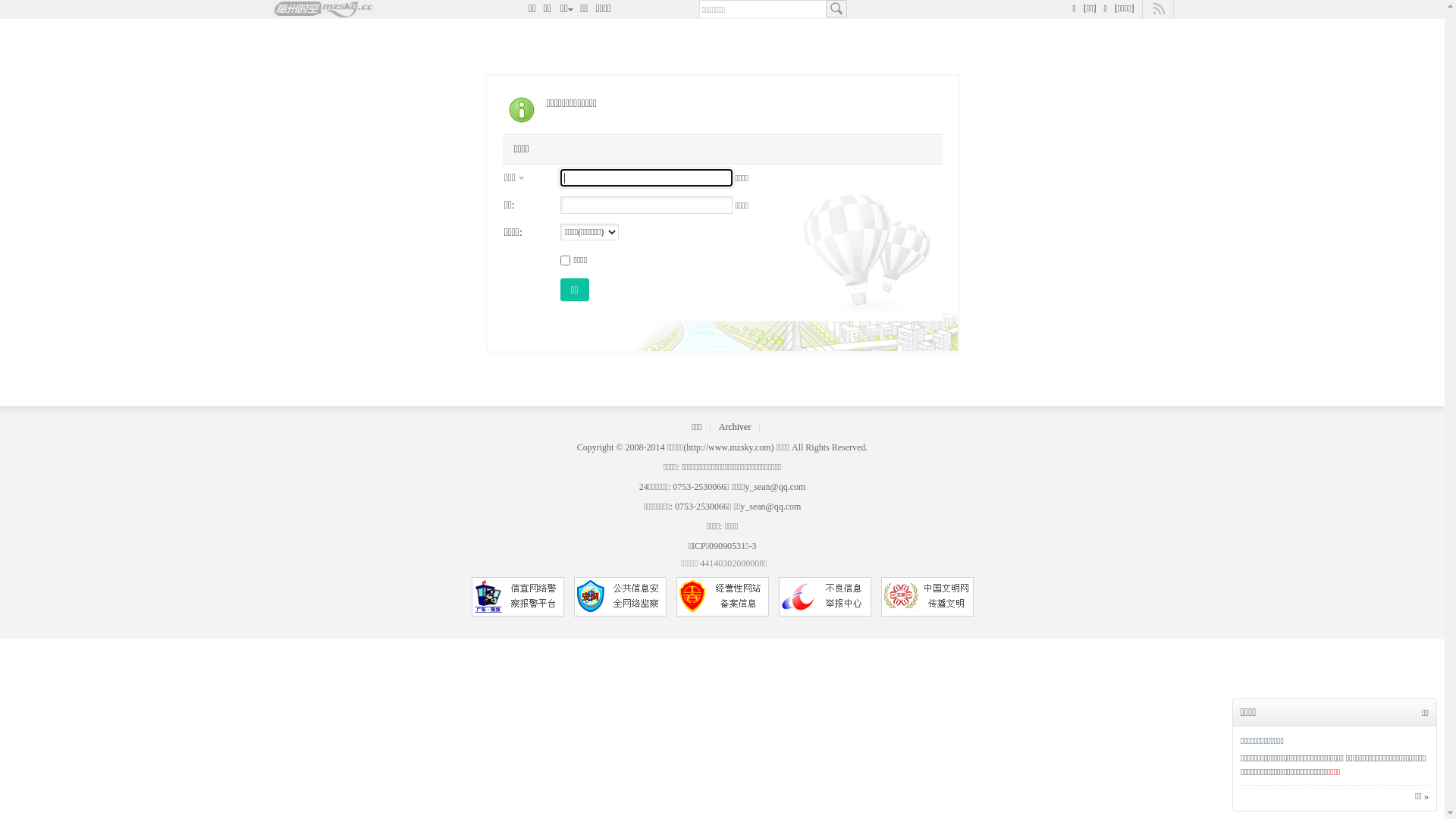 This screenshot has height=819, width=1456. I want to click on 'Archiver', so click(718, 427).